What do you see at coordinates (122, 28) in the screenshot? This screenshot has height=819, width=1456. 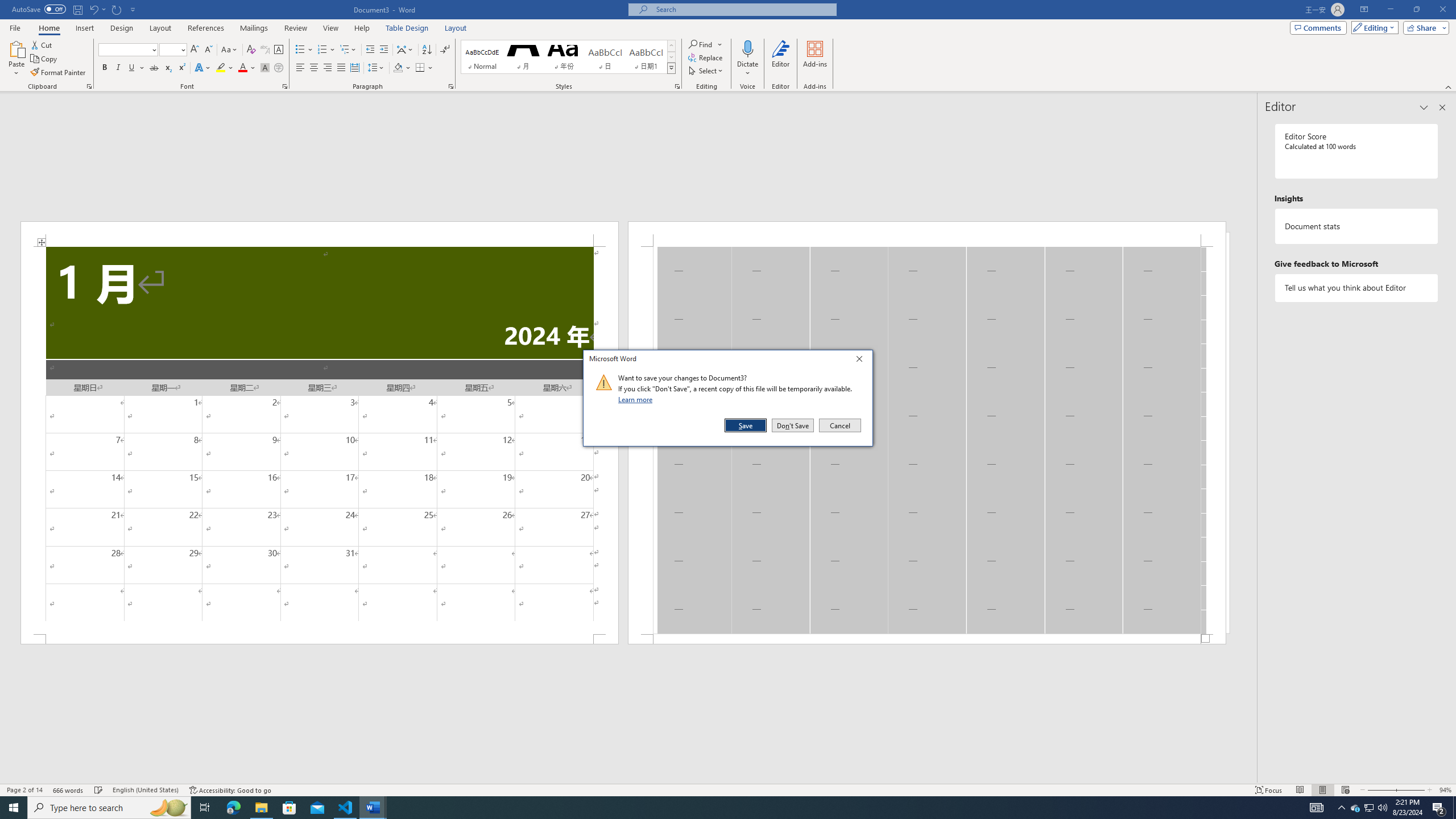 I see `'Design'` at bounding box center [122, 28].